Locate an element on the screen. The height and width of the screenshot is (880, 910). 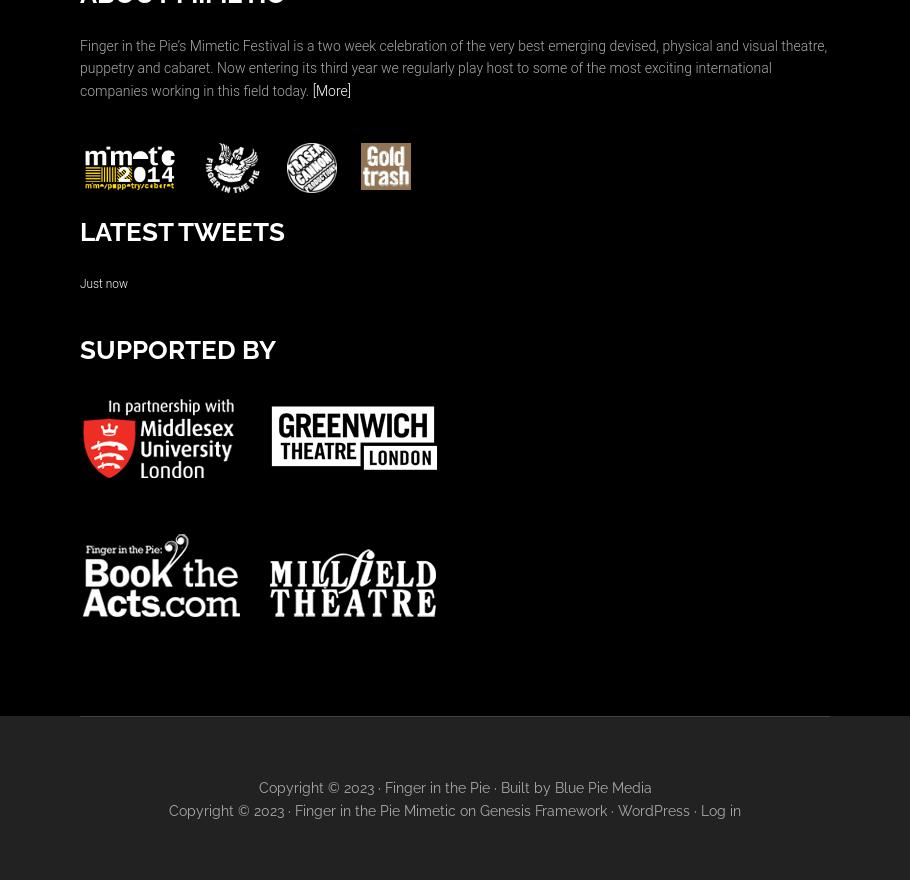
'Finger in the Pie’s Mimetic Festival is a two week celebration of the very best emerging devised, physical and visual theatre, puppetry and cabaret. Now entering its third year we regularly play host to some of the most exciting international companies working in this field today.' is located at coordinates (453, 68).